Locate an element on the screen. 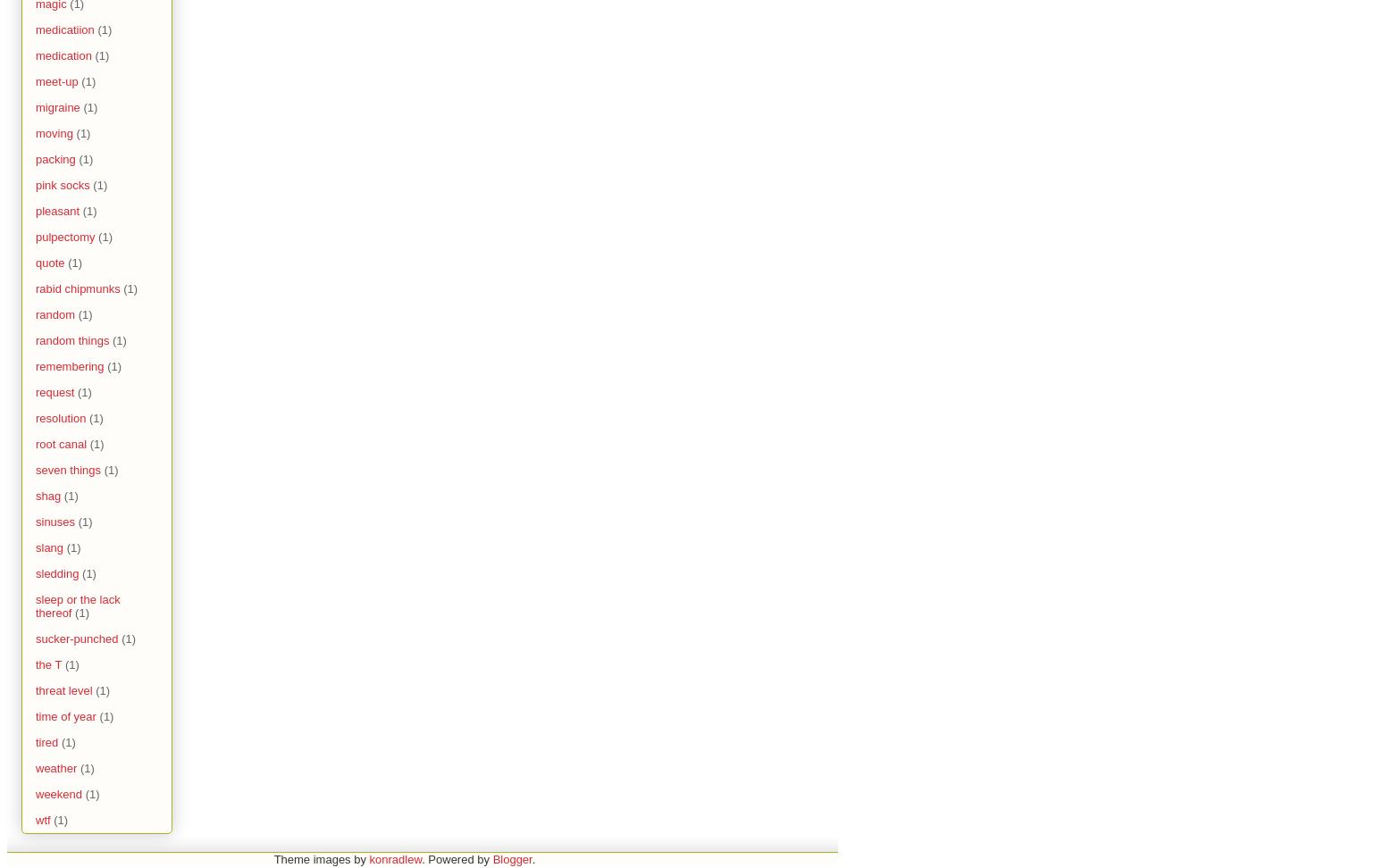  'medication' is located at coordinates (63, 54).